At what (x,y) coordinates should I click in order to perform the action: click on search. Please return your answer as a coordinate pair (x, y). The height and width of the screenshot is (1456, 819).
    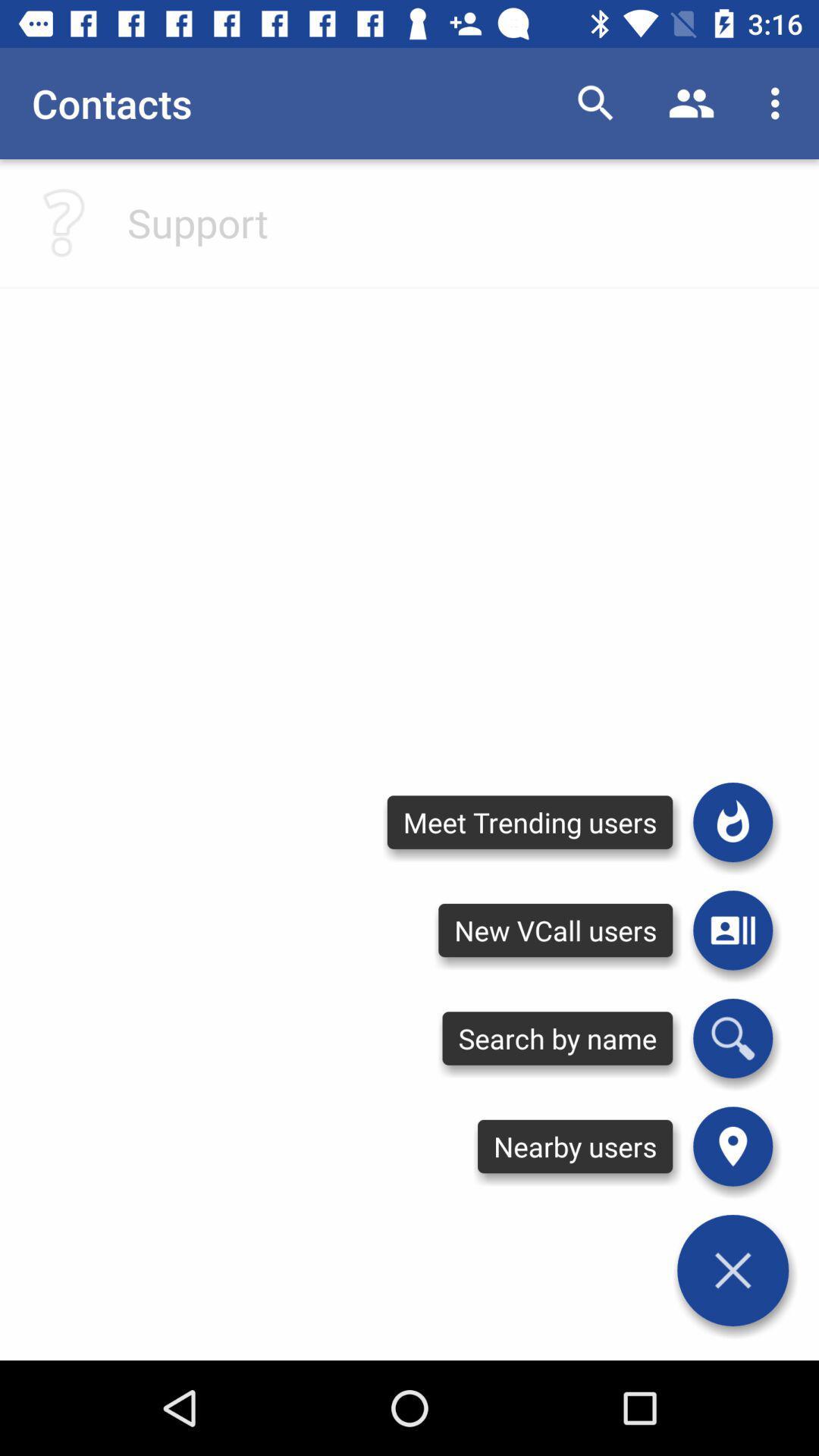
    Looking at the image, I should click on (732, 1037).